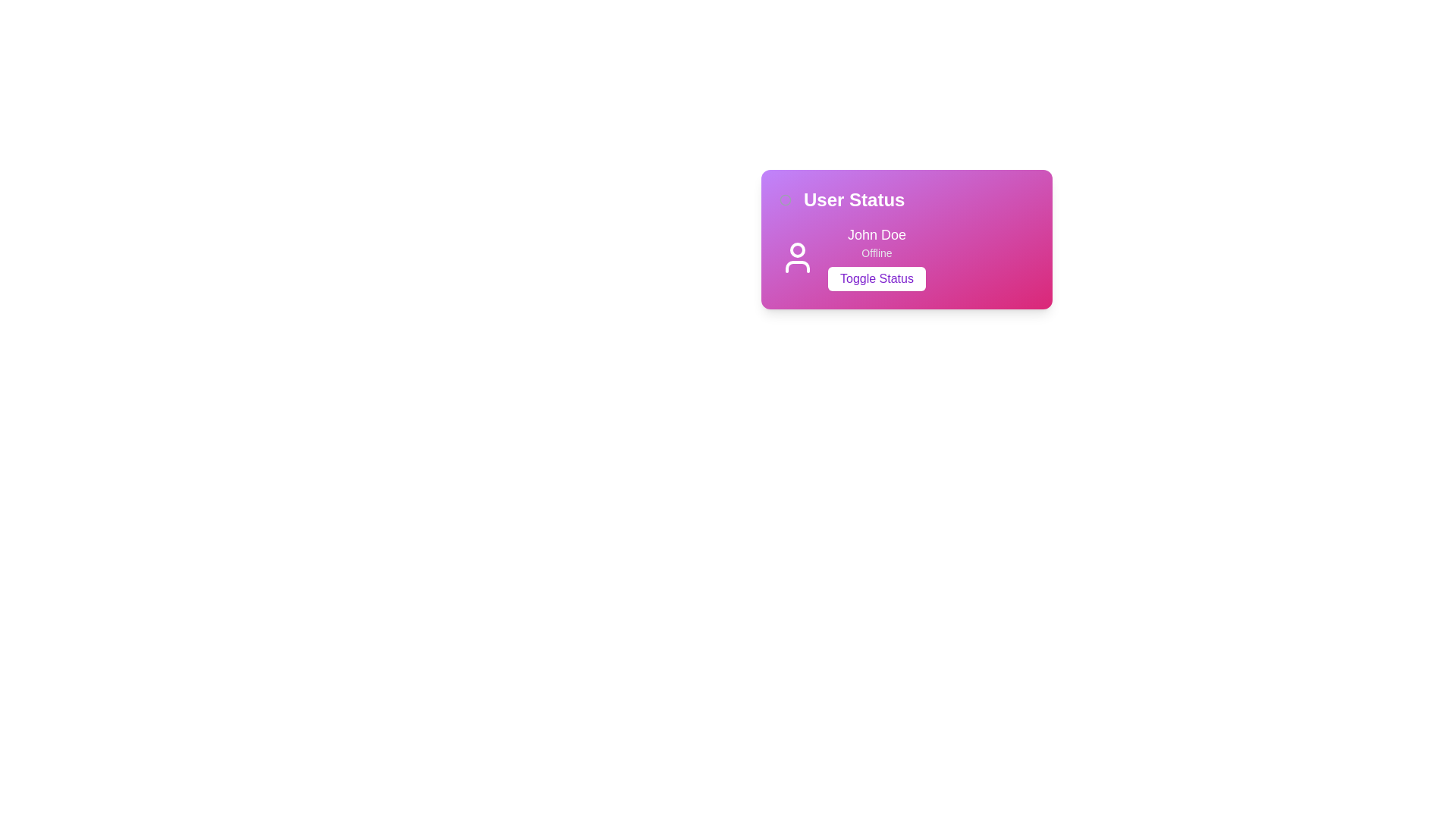 This screenshot has width=1456, height=819. I want to click on the button labeled 'Toggle Status' located in the Information display with action button, which provides user name and status information and is positioned below the user icon and to the right of the 'User Status' heading, so click(877, 256).